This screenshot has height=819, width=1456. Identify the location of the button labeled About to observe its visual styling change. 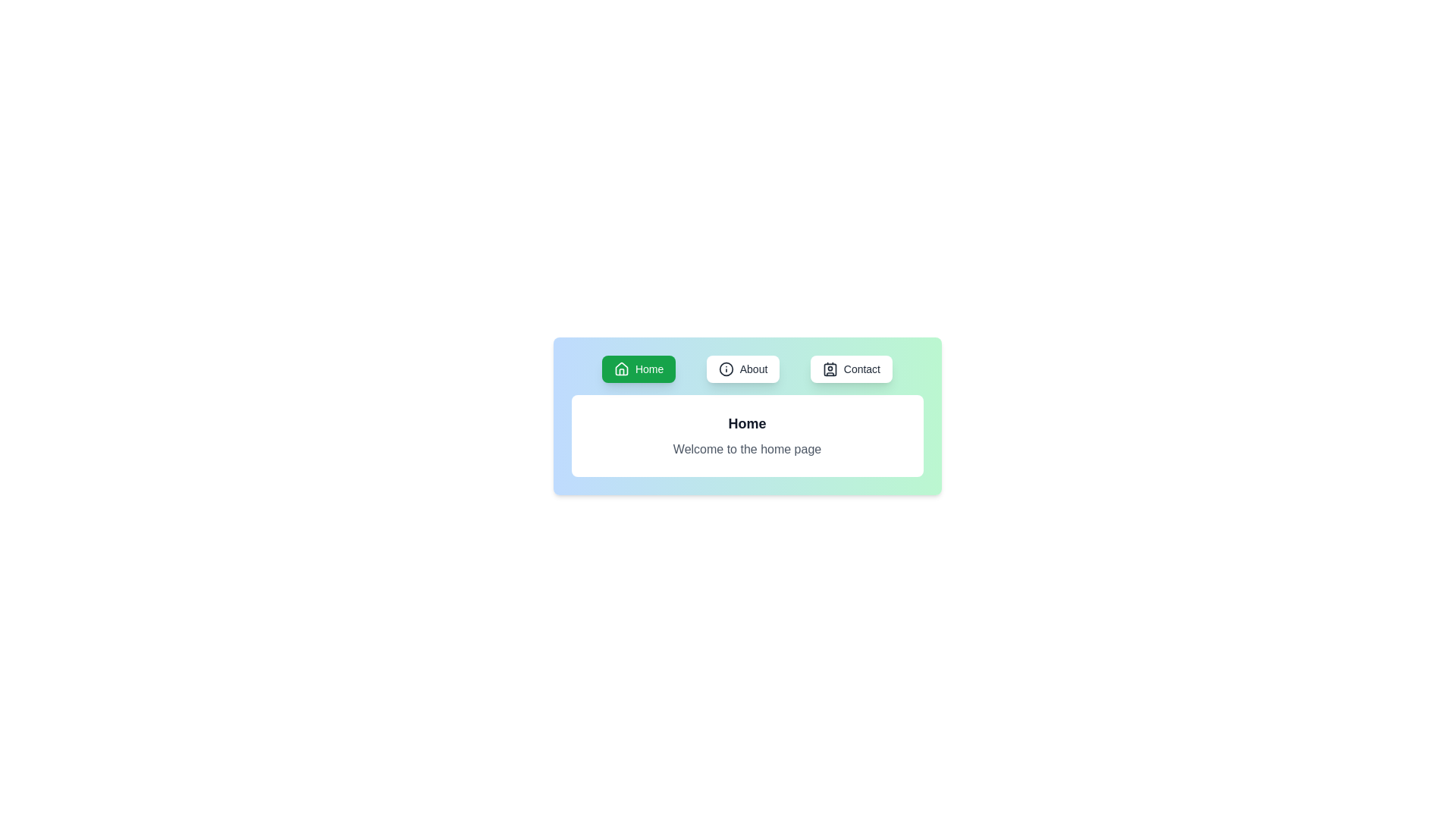
(742, 369).